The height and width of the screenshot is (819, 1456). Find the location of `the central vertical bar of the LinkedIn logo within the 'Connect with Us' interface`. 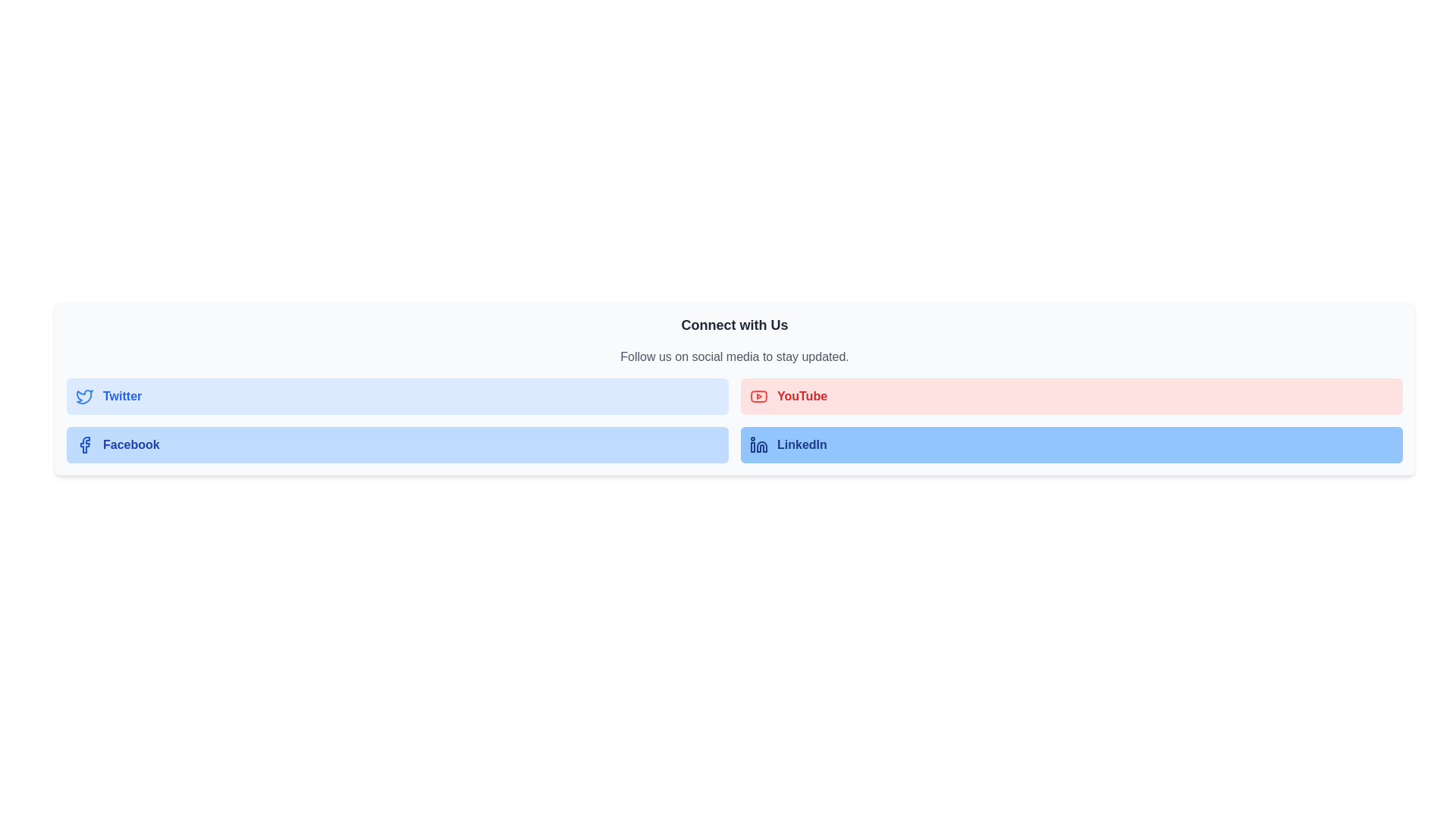

the central vertical bar of the LinkedIn logo within the 'Connect with Us' interface is located at coordinates (753, 447).